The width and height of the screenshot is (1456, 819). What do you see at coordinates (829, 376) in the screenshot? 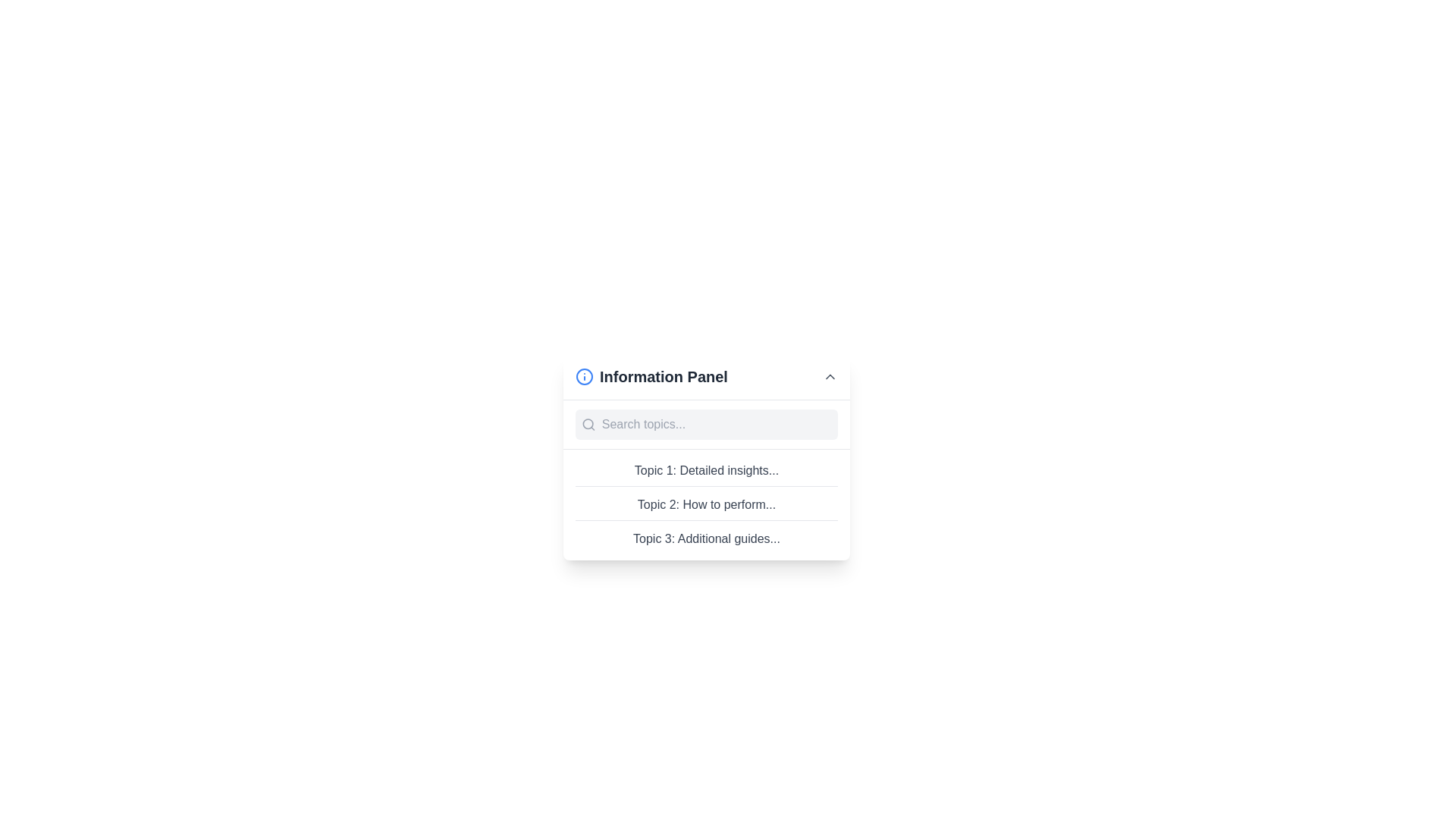
I see `the upward-facing chevron icon button located in the top-right corner of the 'Information Panel'` at bounding box center [829, 376].